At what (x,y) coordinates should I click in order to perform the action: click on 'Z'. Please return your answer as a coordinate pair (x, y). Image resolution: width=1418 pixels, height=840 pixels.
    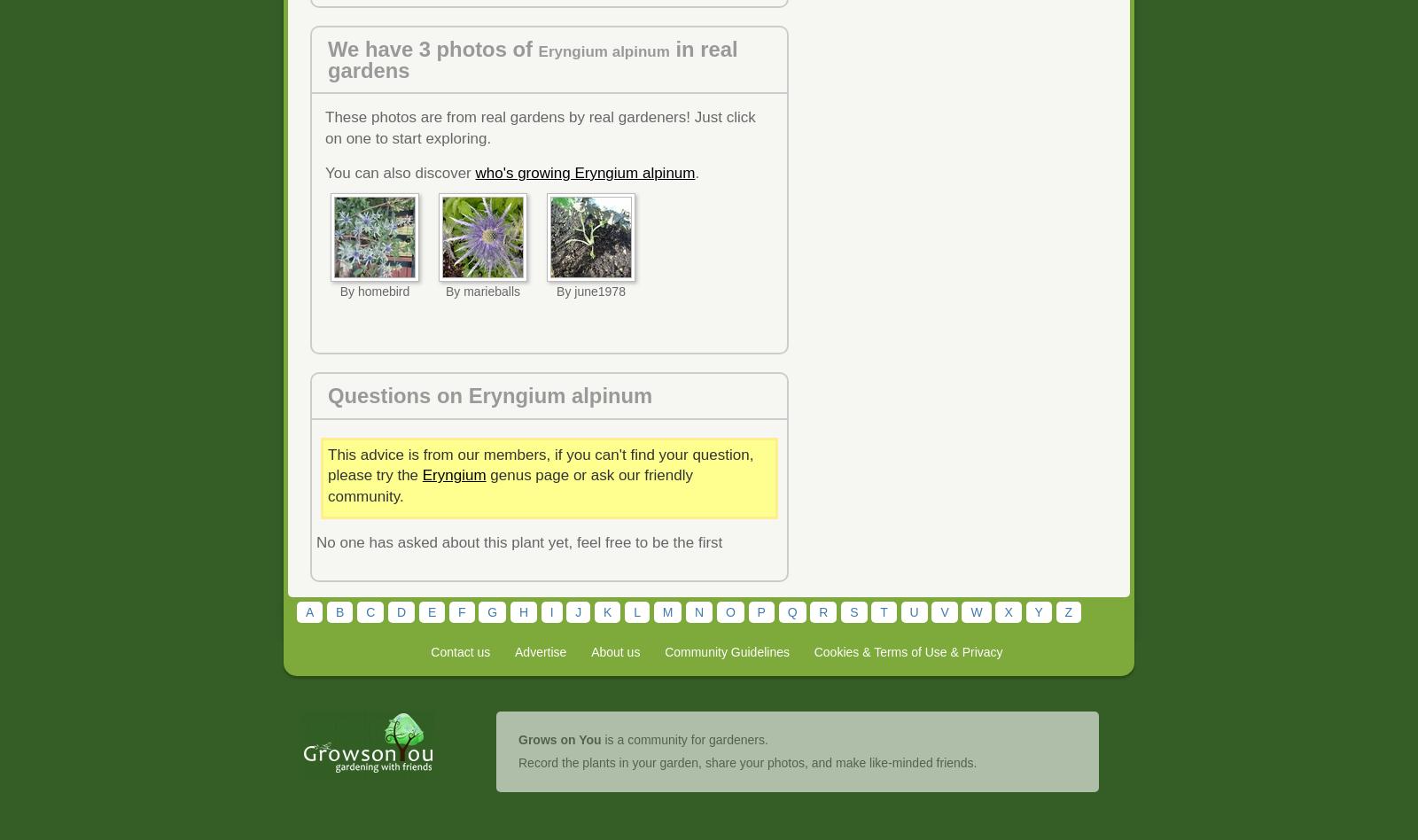
    Looking at the image, I should click on (1067, 610).